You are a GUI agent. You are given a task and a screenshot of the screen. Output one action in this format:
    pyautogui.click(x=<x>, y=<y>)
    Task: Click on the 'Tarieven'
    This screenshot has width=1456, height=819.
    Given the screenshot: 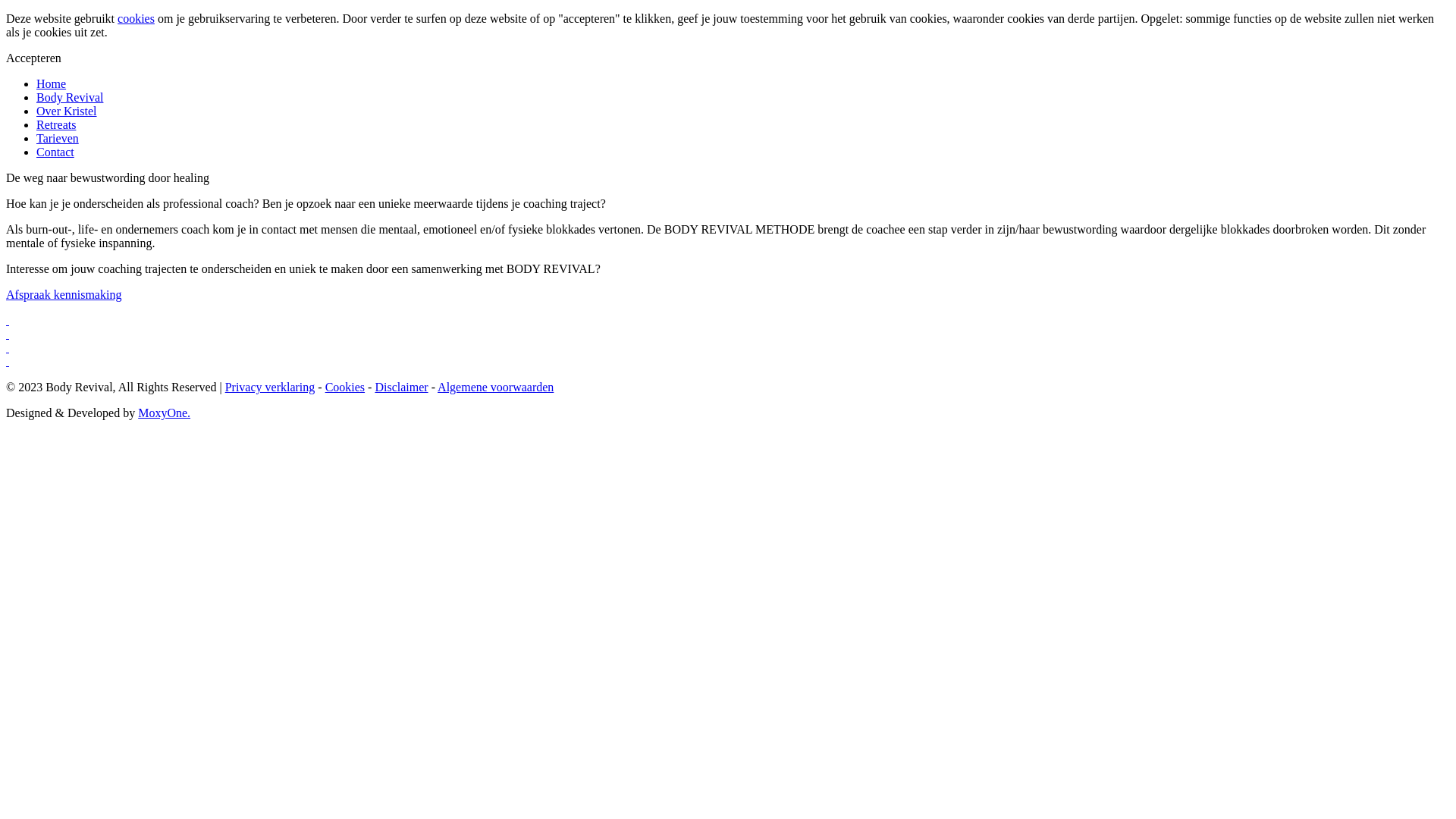 What is the action you would take?
    pyautogui.click(x=36, y=138)
    